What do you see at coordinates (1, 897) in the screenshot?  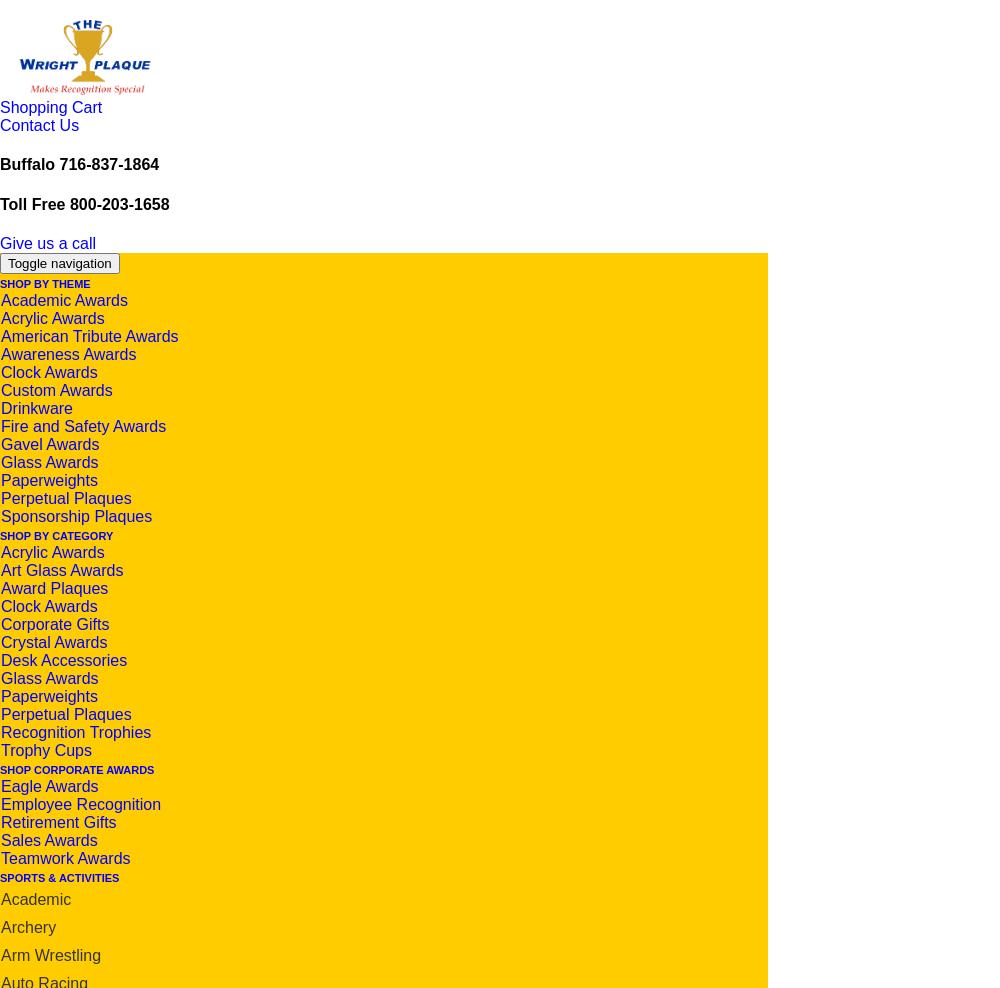 I see `'Academic'` at bounding box center [1, 897].